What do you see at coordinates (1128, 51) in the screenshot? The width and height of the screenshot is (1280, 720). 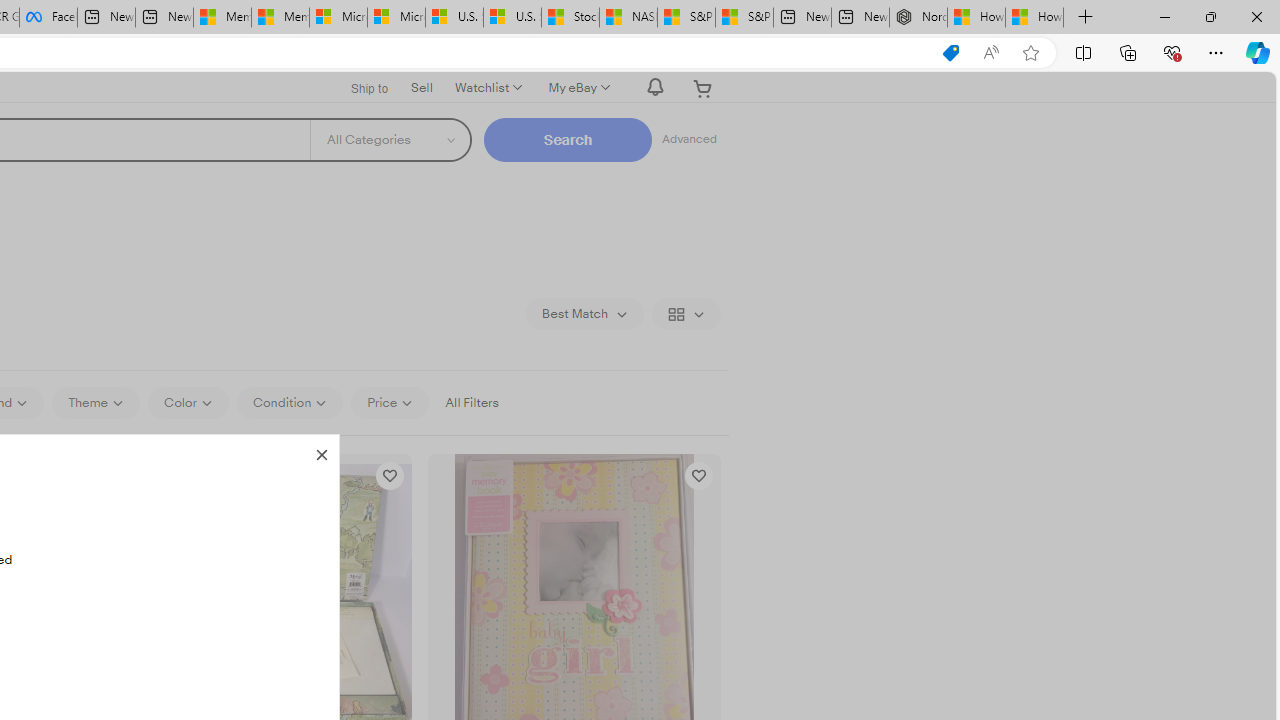 I see `'Collections'` at bounding box center [1128, 51].